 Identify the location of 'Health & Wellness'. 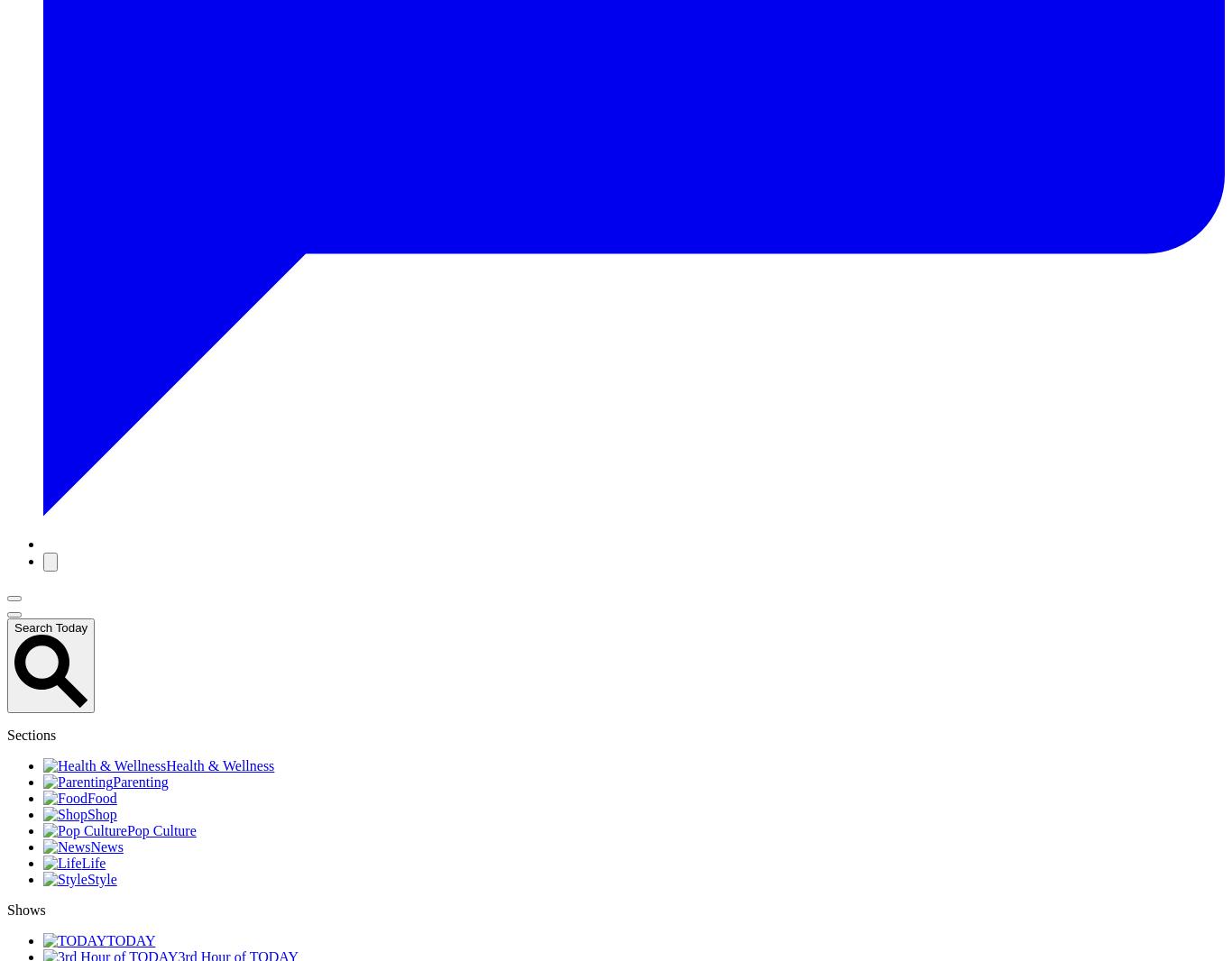
(165, 765).